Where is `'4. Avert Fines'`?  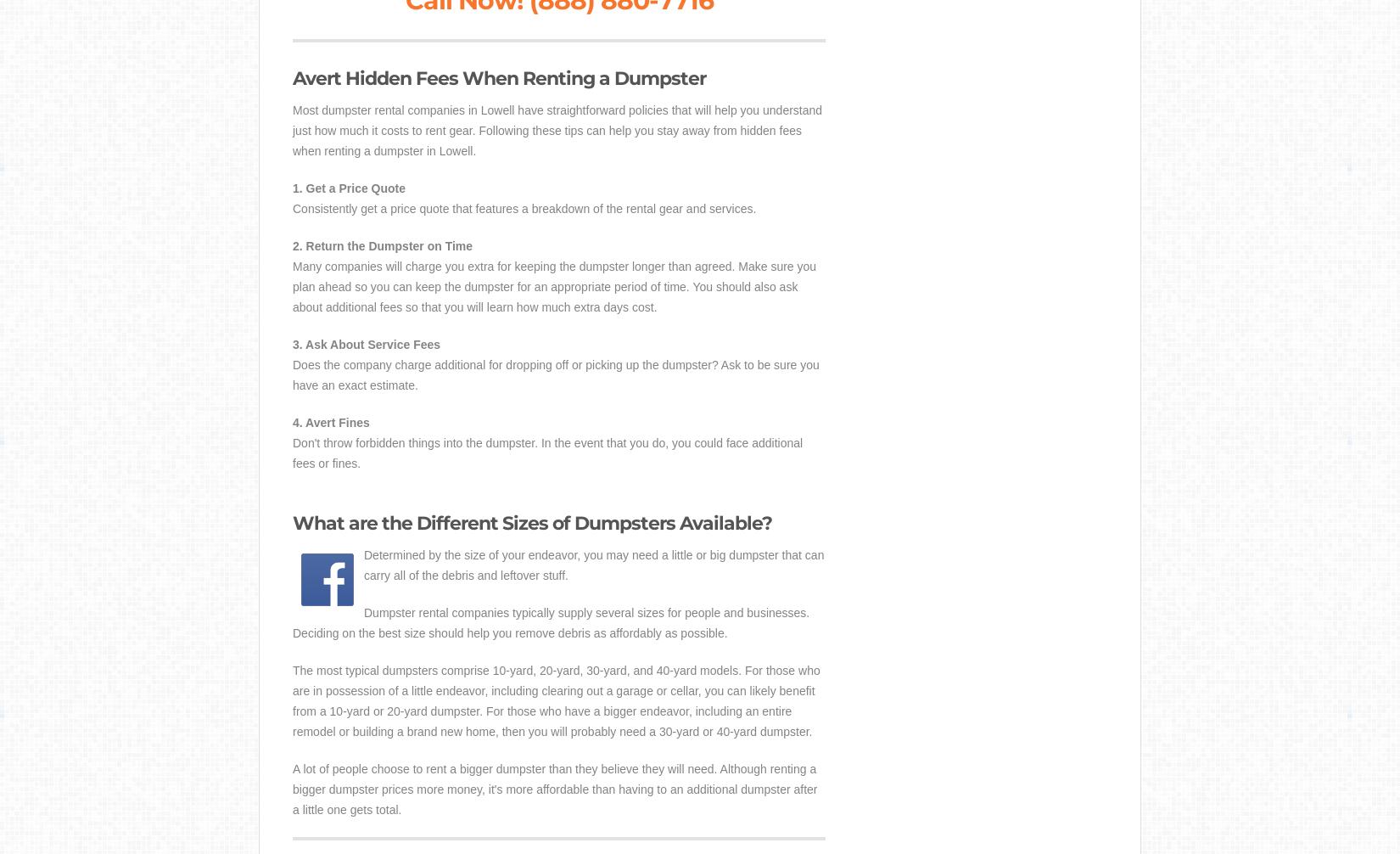
'4. Avert Fines' is located at coordinates (331, 421).